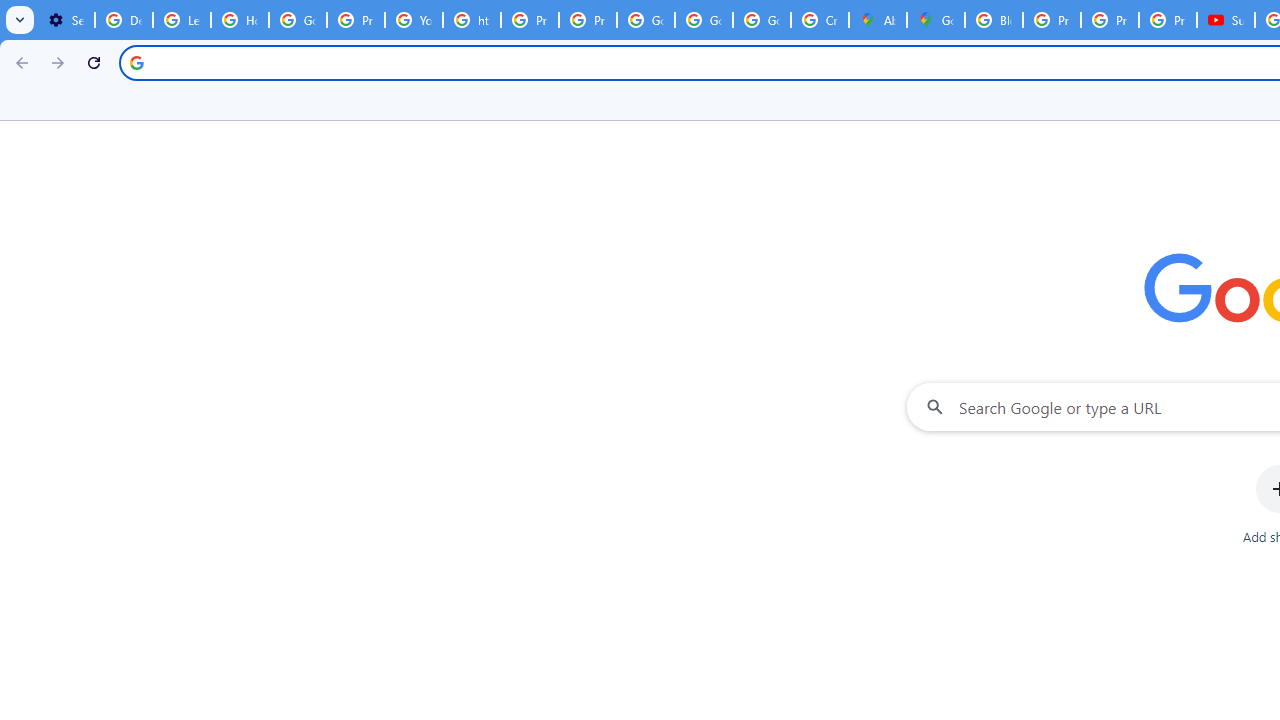  What do you see at coordinates (93, 61) in the screenshot?
I see `'Reload'` at bounding box center [93, 61].